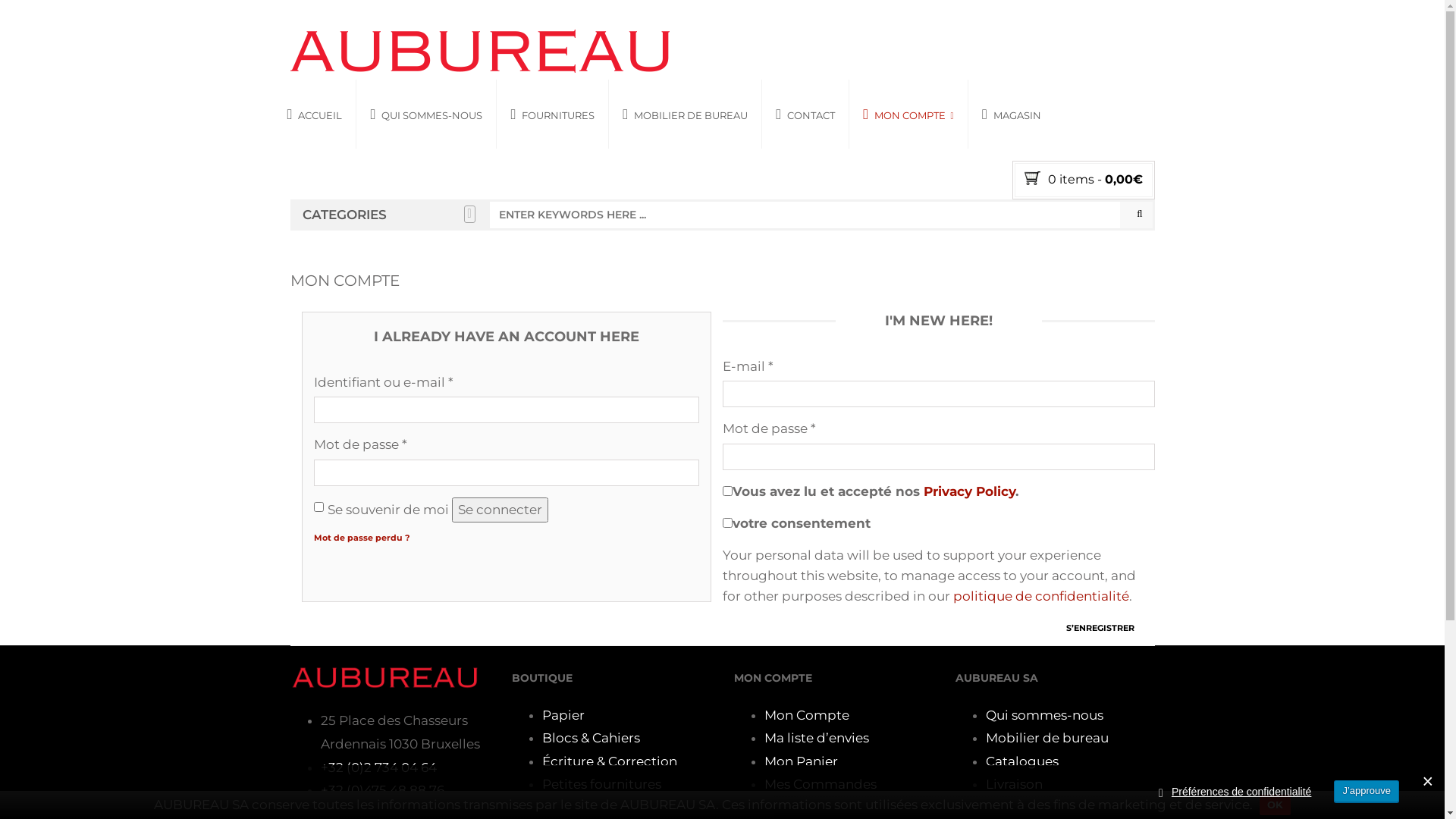 This screenshot has height=819, width=1456. Describe the element at coordinates (804, 113) in the screenshot. I see `'CONTACT'` at that location.